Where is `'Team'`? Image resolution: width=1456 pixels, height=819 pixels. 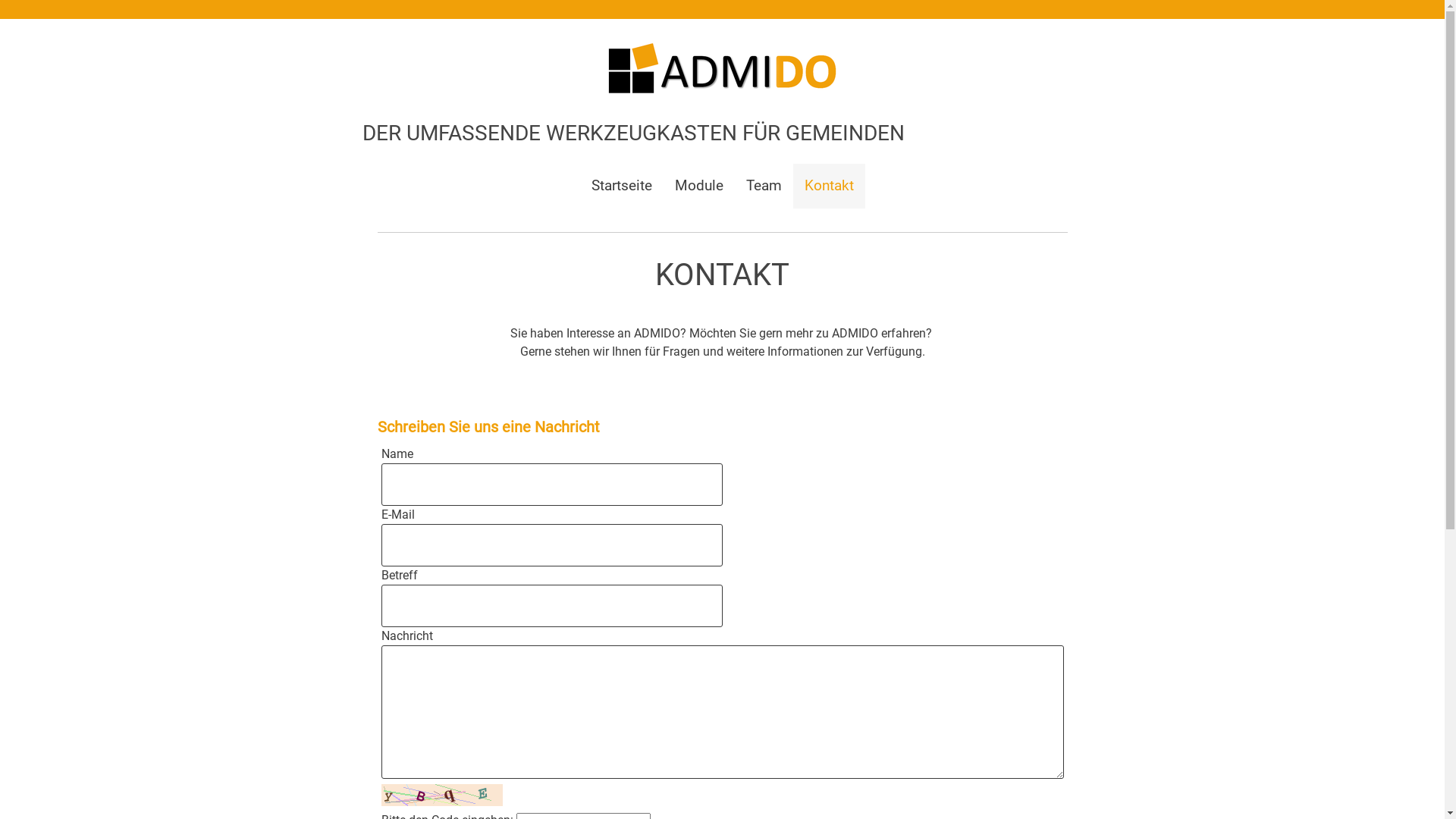 'Team' is located at coordinates (734, 185).